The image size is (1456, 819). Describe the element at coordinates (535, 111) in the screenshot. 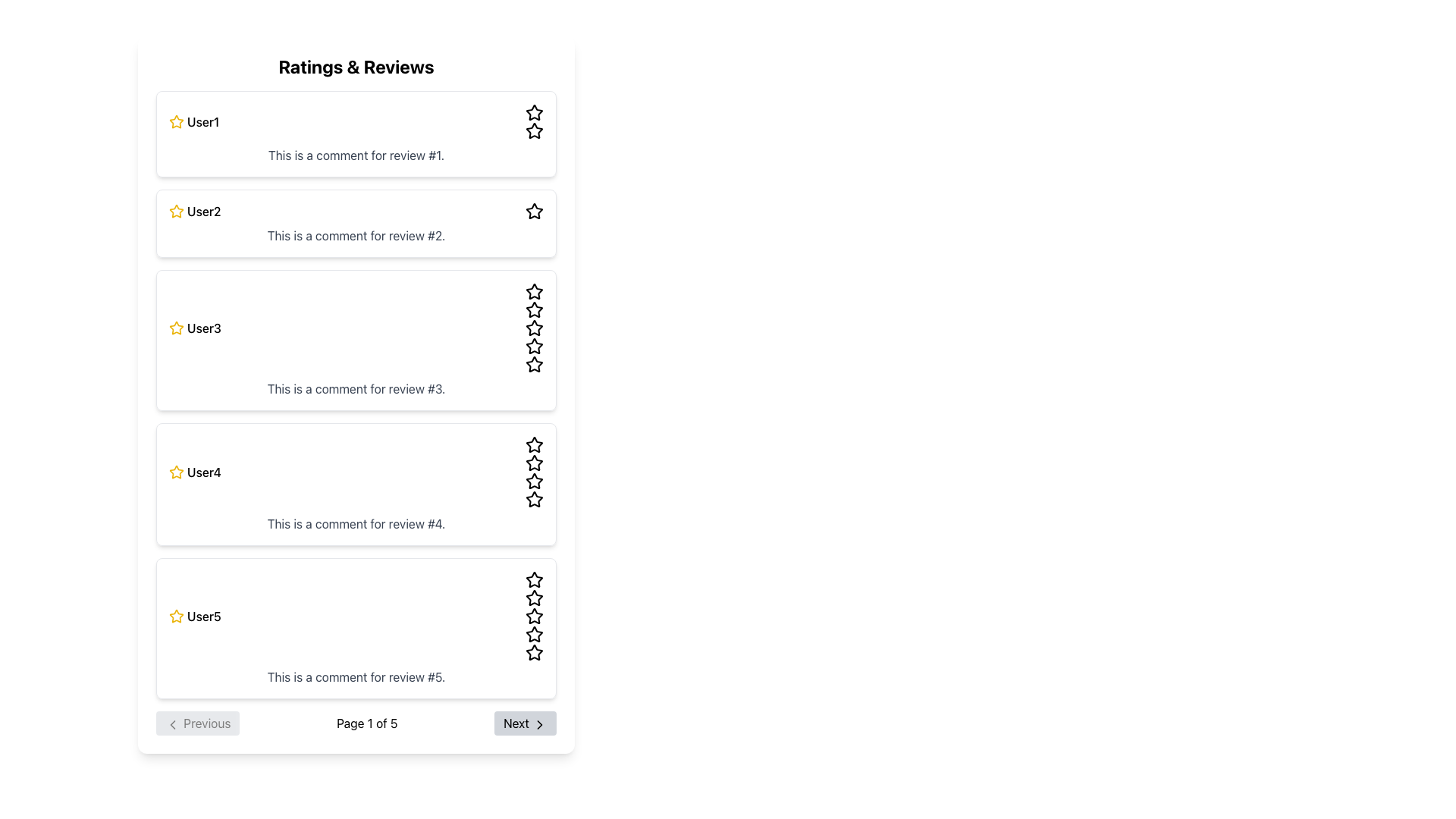

I see `the star icon with a hollow center located adjacent to the 'User1' label in the review section of the interface` at that location.